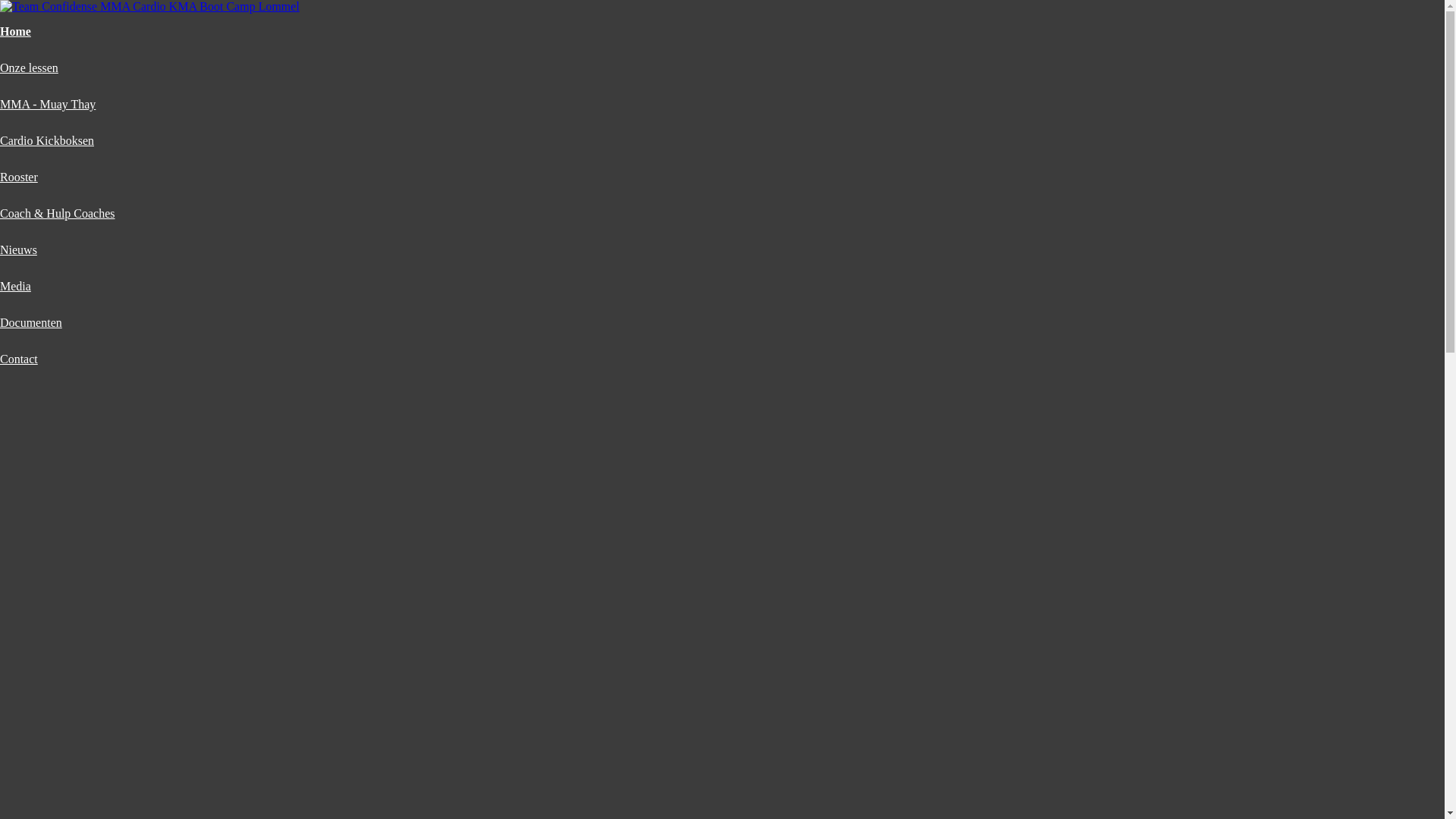 The width and height of the screenshot is (1456, 819). What do you see at coordinates (31, 322) in the screenshot?
I see `'Documenten'` at bounding box center [31, 322].